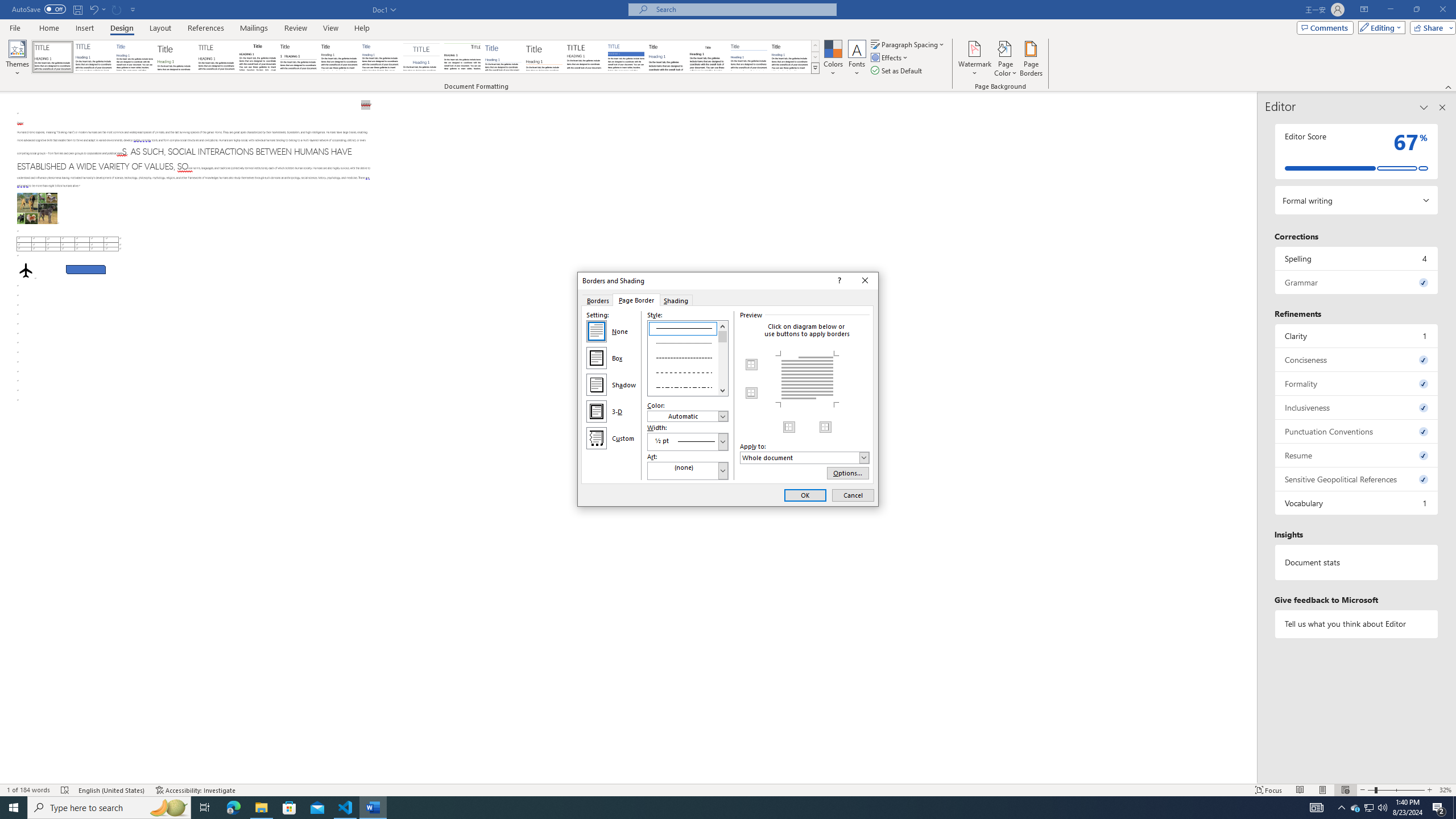  What do you see at coordinates (687, 441) in the screenshot?
I see `'Width:'` at bounding box center [687, 441].